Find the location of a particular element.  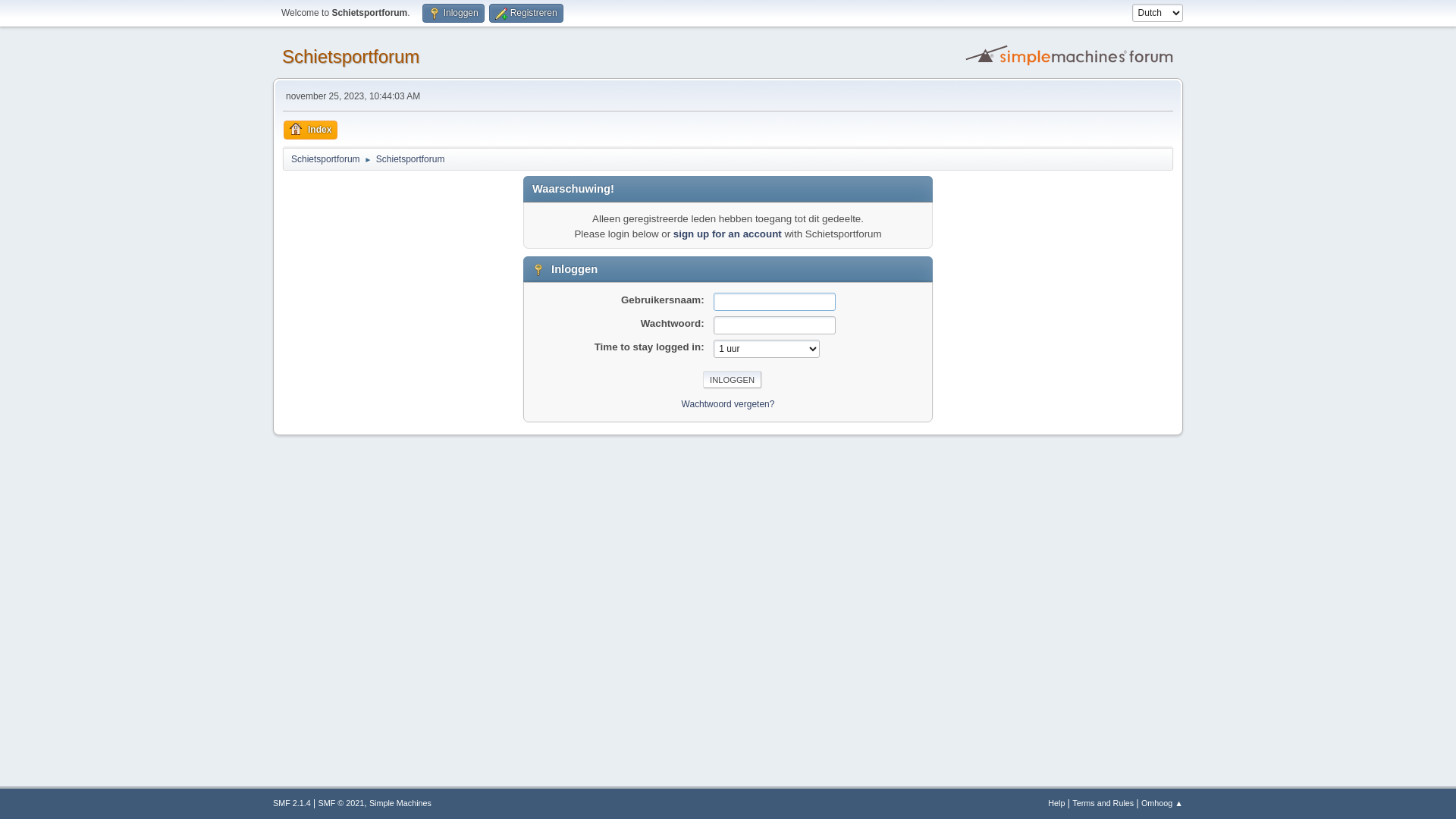

'Wachtwoord vergeten?' is located at coordinates (728, 403).